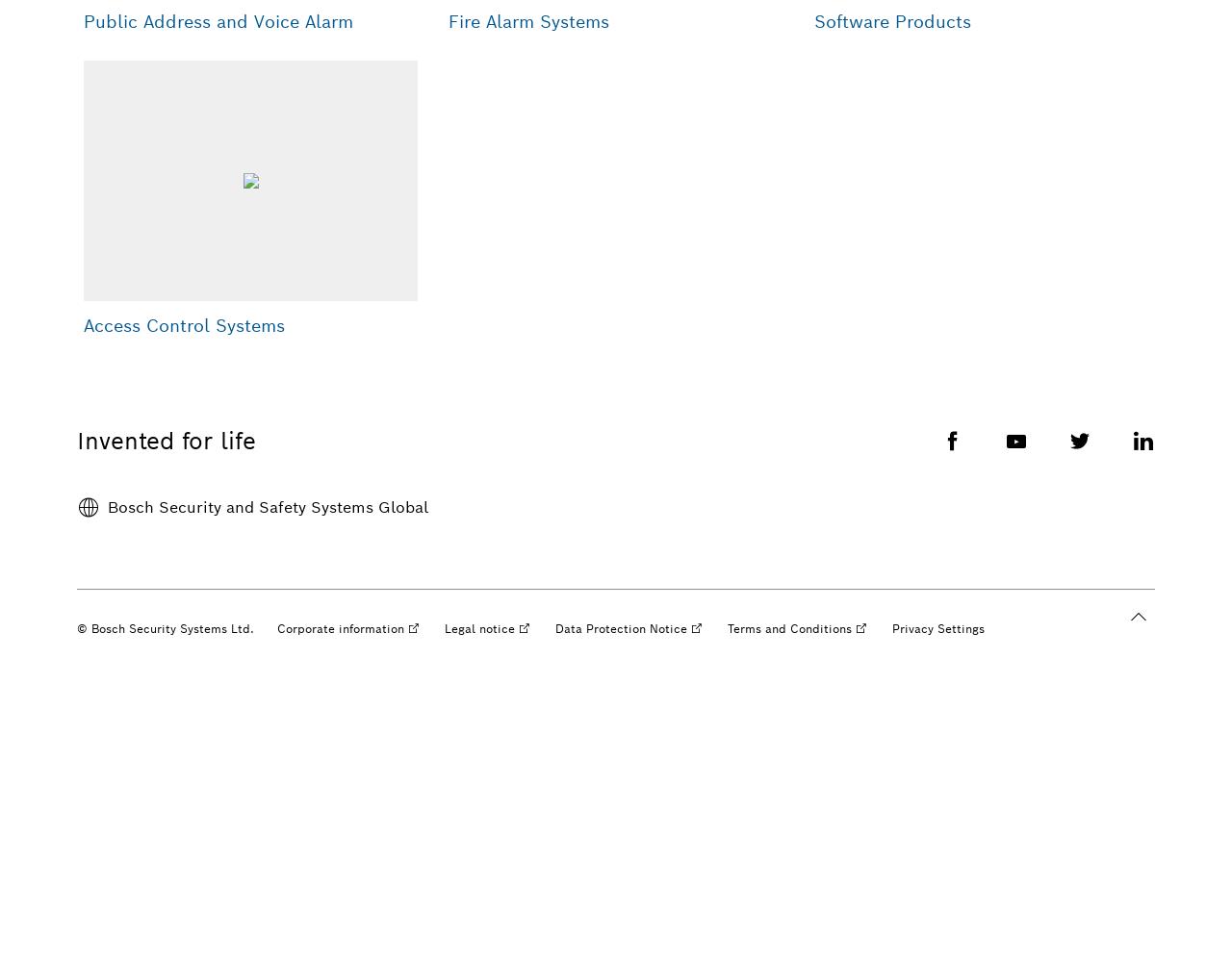  Describe the element at coordinates (167, 440) in the screenshot. I see `'Invented for life'` at that location.